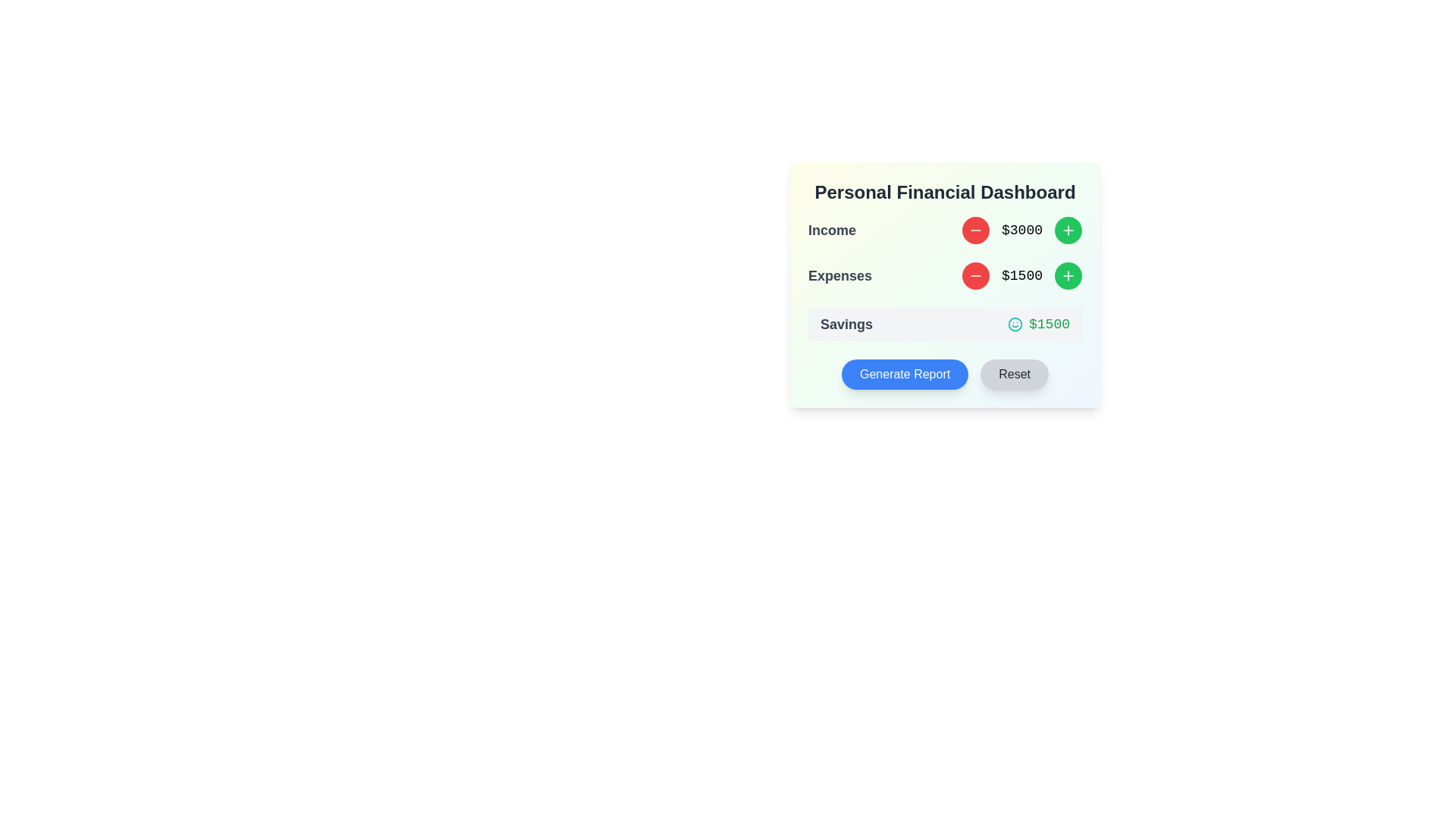 This screenshot has width=1456, height=819. Describe the element at coordinates (1022, 231) in the screenshot. I see `the static text label displaying the current income value in the financial dashboard, located in the center column under the 'Income' label` at that location.